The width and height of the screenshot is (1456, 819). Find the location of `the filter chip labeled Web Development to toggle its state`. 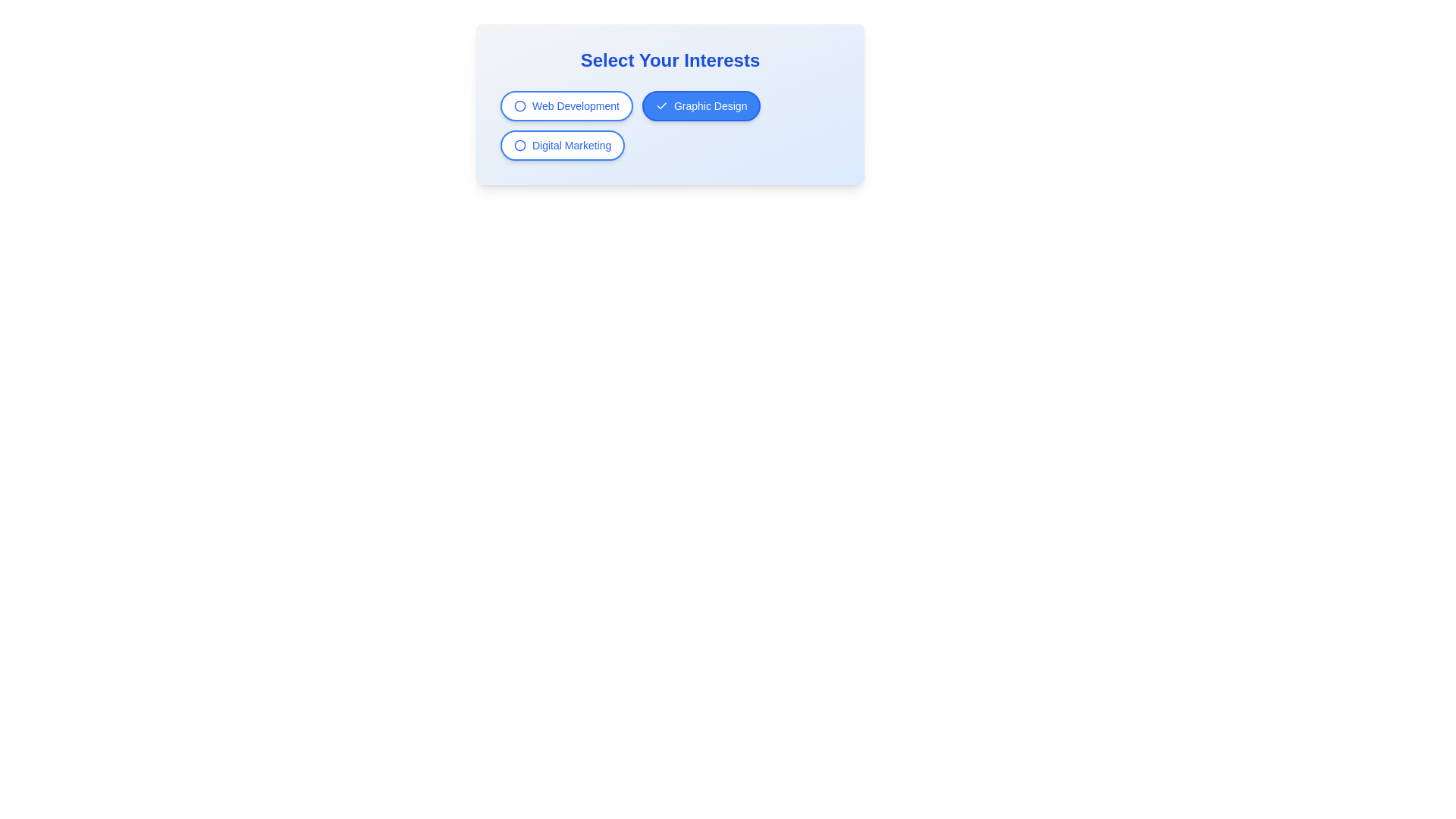

the filter chip labeled Web Development to toggle its state is located at coordinates (566, 105).